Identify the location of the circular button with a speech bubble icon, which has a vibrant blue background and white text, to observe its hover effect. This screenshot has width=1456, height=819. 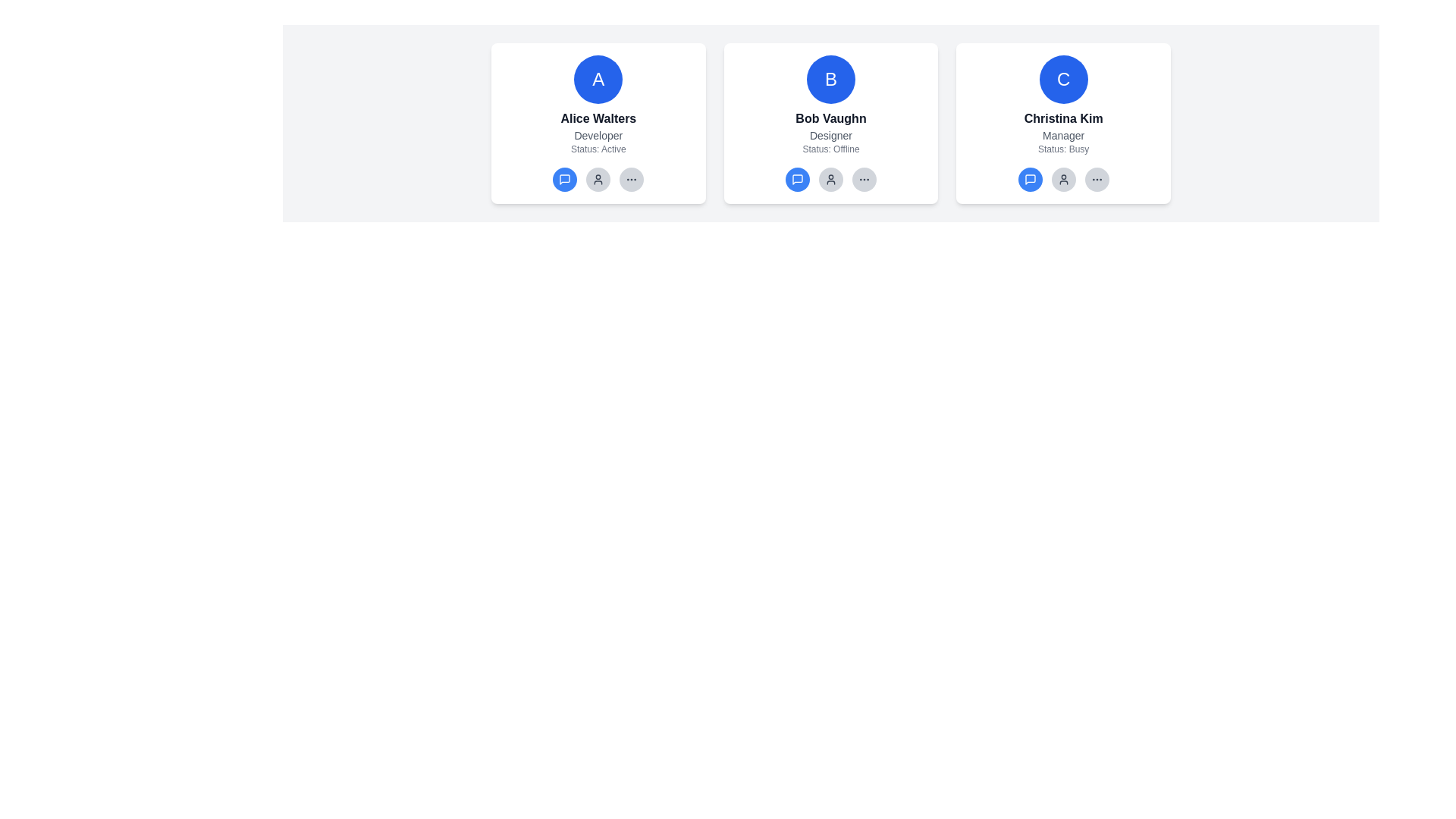
(564, 178).